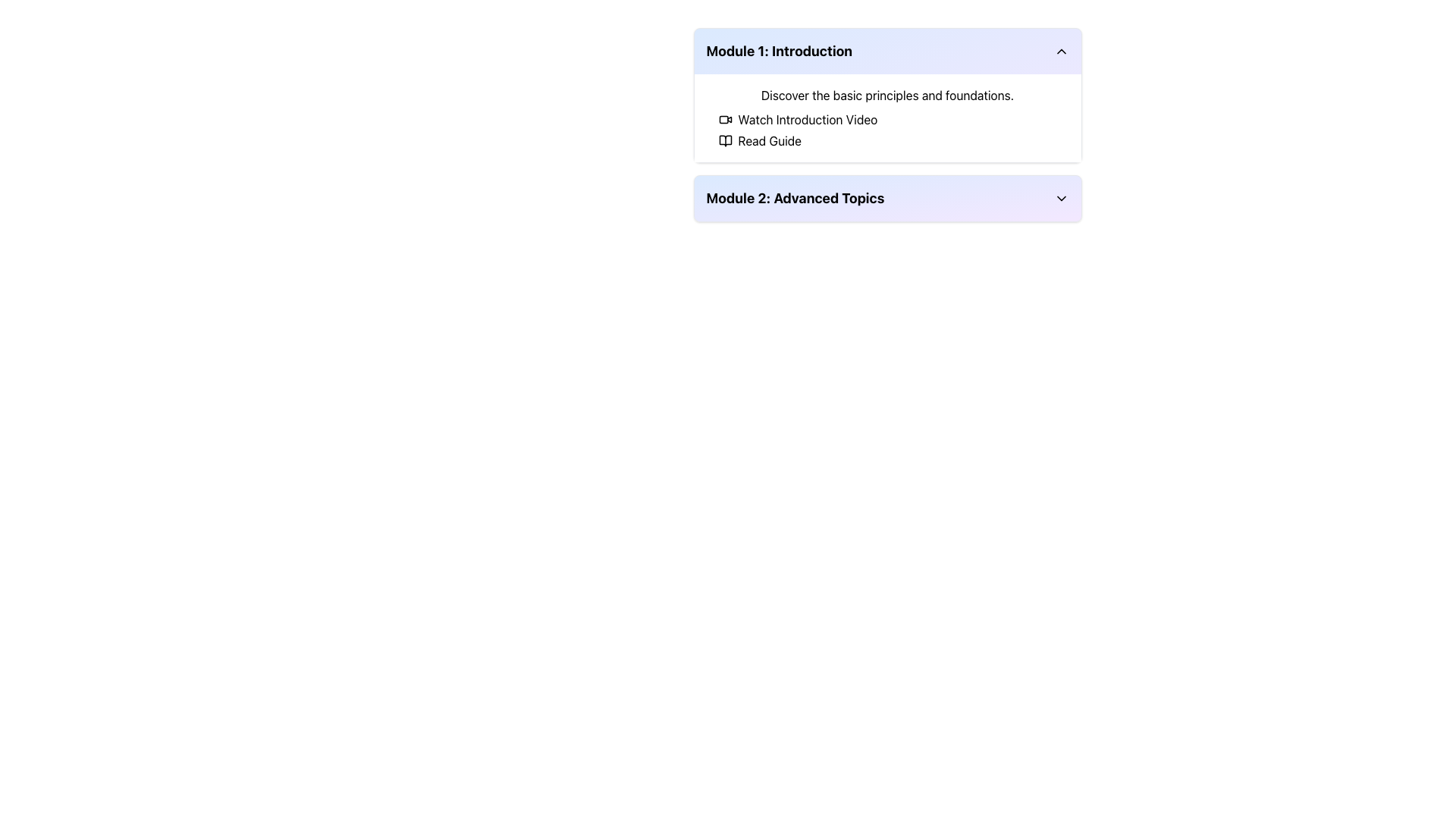 The width and height of the screenshot is (1456, 819). I want to click on the video icon located in 'Module 1: Introduction', which features a rectangular body with rounded corners and a triangular play symbol, positioned to the left of the text 'Watch Introduction Video', so click(724, 119).